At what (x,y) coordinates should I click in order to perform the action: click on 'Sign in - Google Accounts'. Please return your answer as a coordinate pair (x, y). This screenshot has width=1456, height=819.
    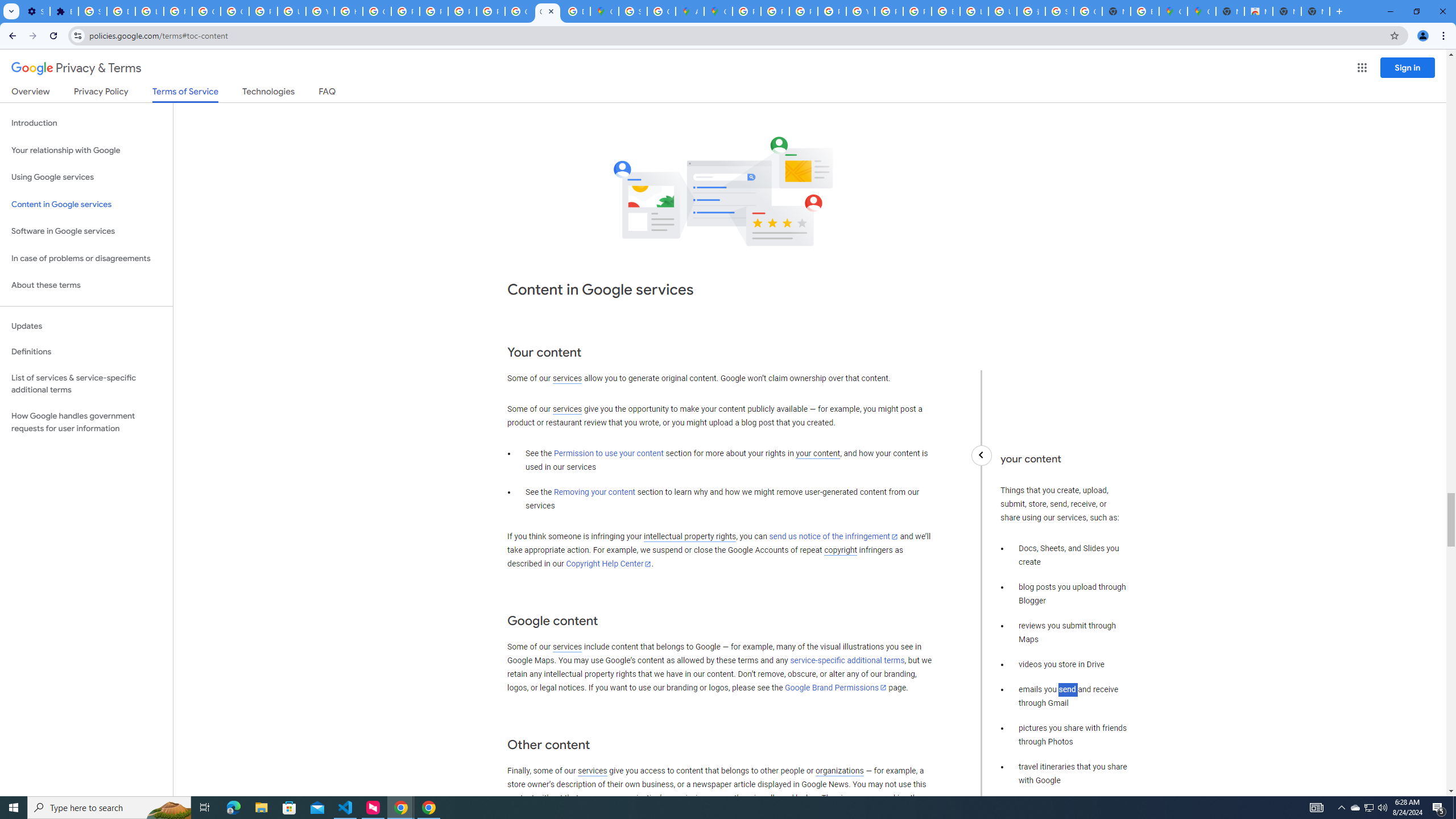
    Looking at the image, I should click on (92, 11).